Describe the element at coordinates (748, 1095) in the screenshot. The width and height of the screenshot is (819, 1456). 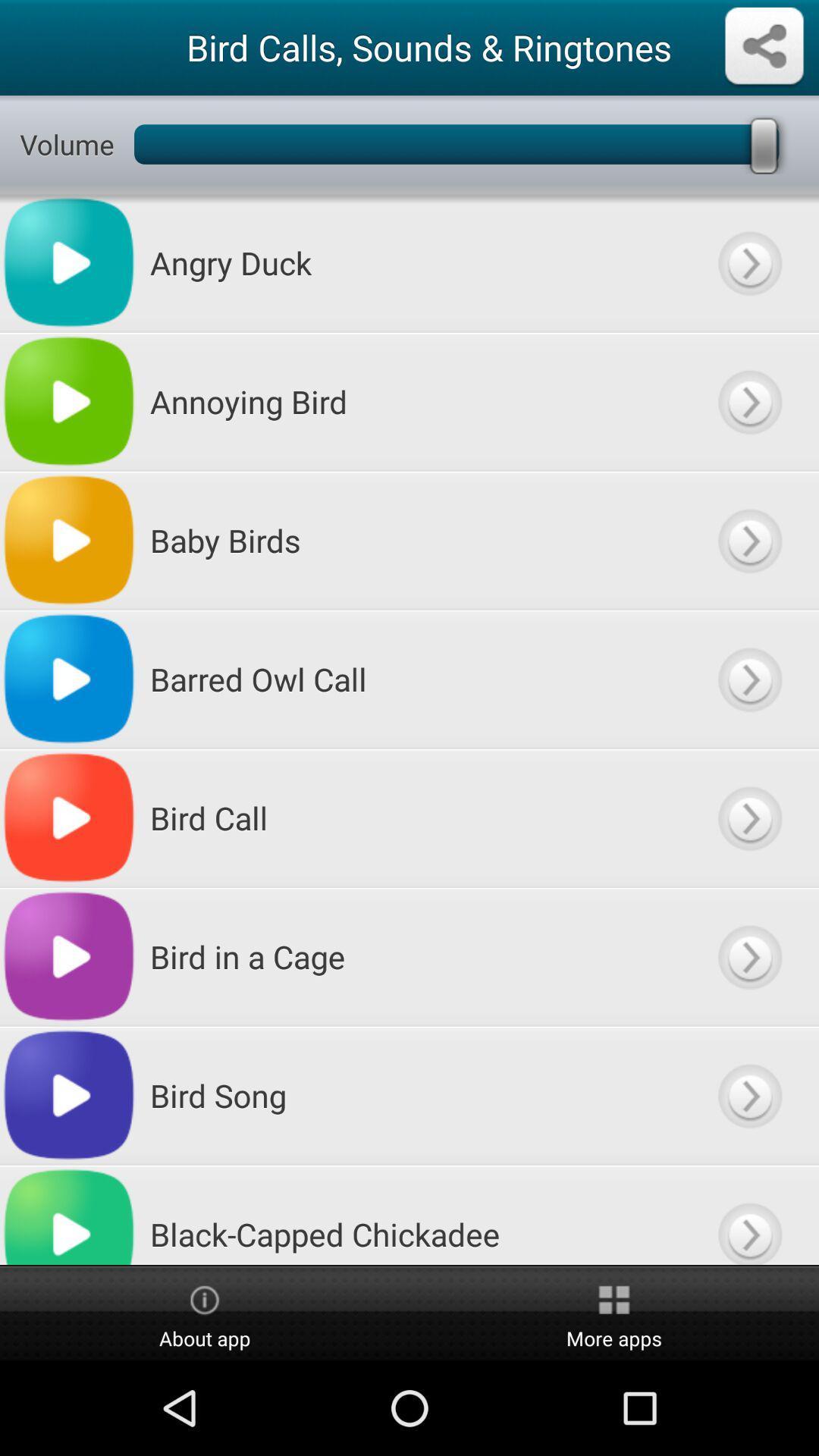
I see `play` at that location.